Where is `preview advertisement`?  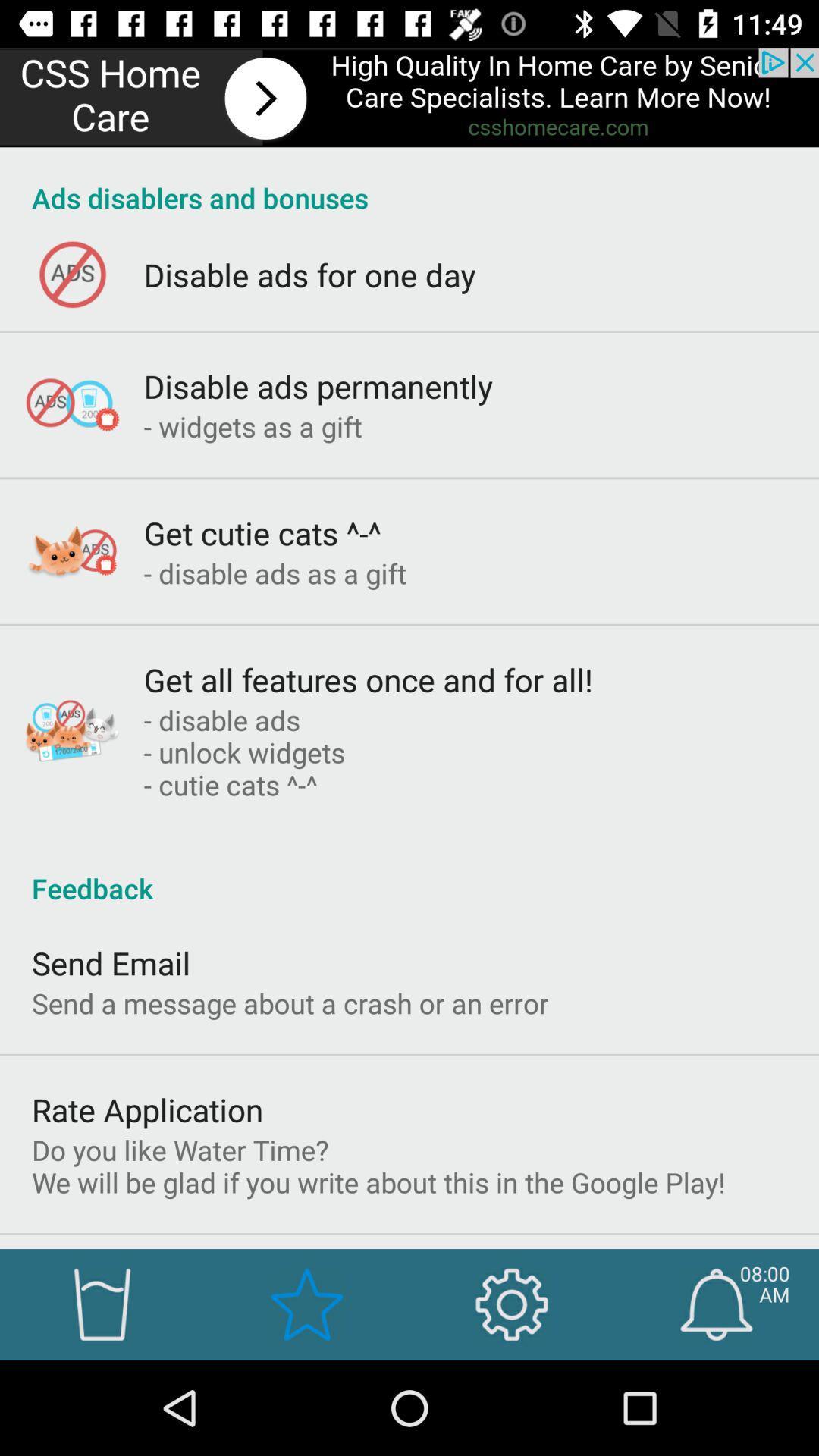 preview advertisement is located at coordinates (409, 96).